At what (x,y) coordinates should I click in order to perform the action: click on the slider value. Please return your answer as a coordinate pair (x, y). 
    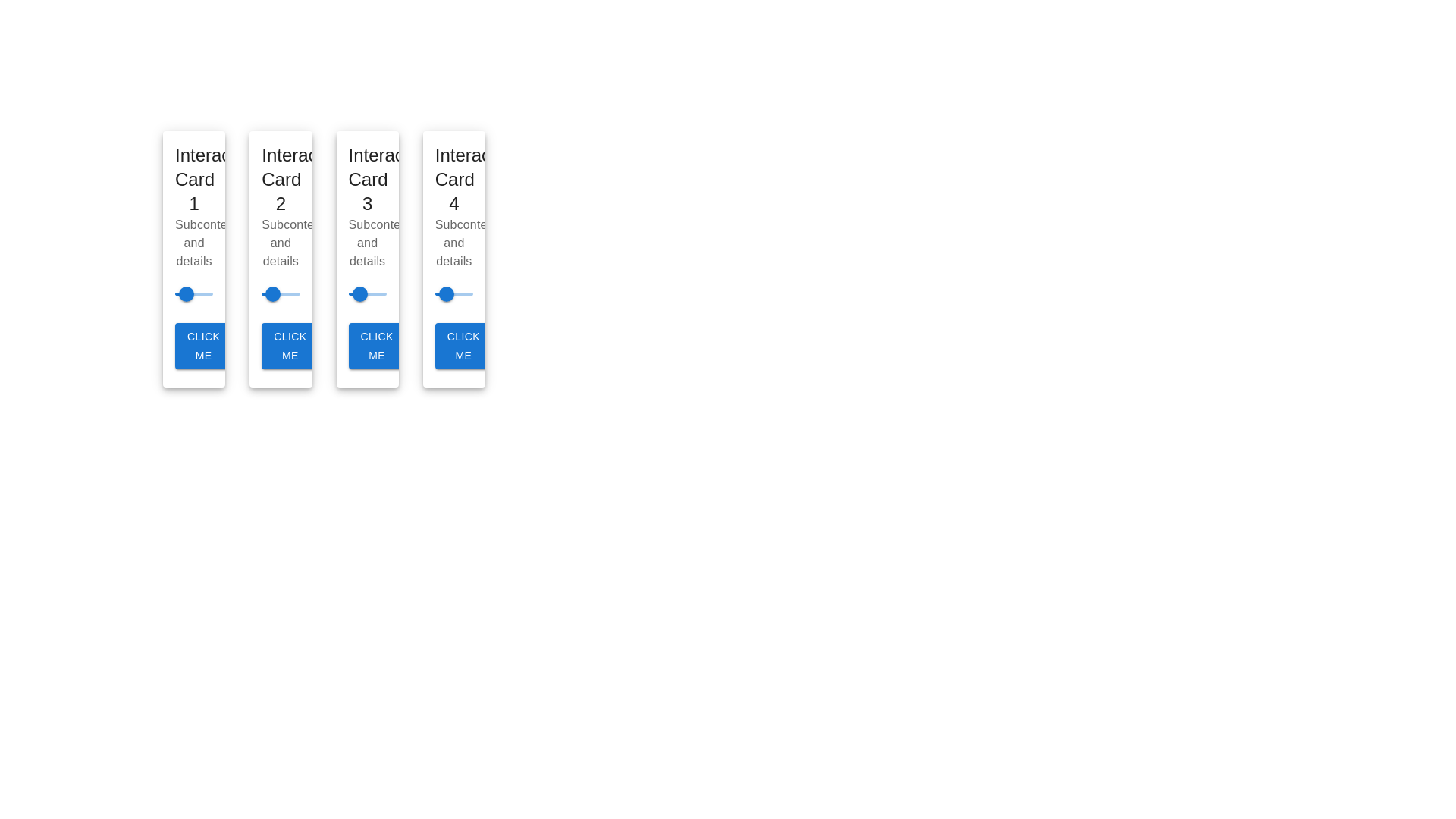
    Looking at the image, I should click on (333, 294).